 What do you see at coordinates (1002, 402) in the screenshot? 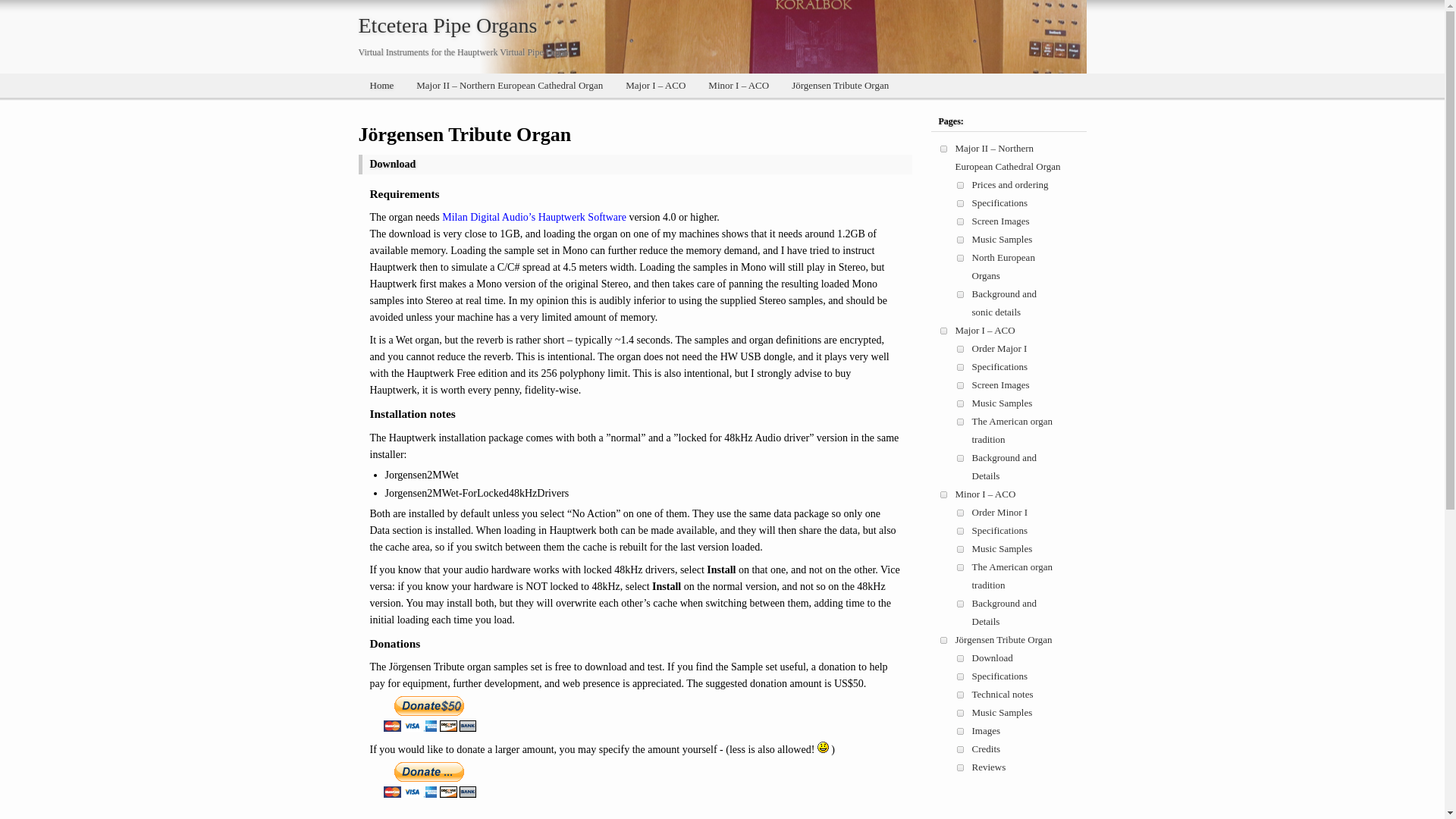
I see `'Music Samples'` at bounding box center [1002, 402].